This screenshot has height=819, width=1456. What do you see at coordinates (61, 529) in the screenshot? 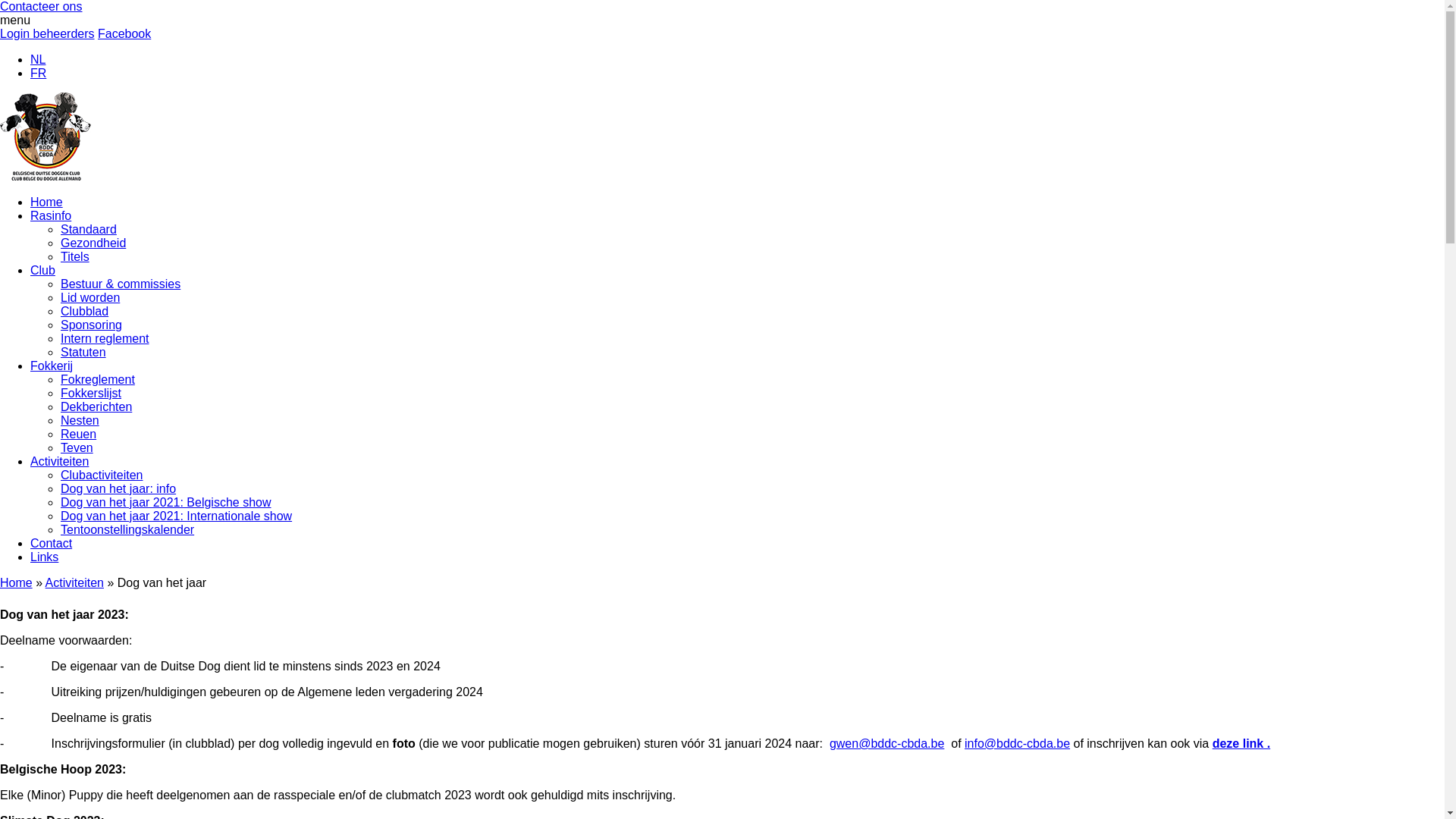
I see `'Tentoonstellingskalender'` at bounding box center [61, 529].